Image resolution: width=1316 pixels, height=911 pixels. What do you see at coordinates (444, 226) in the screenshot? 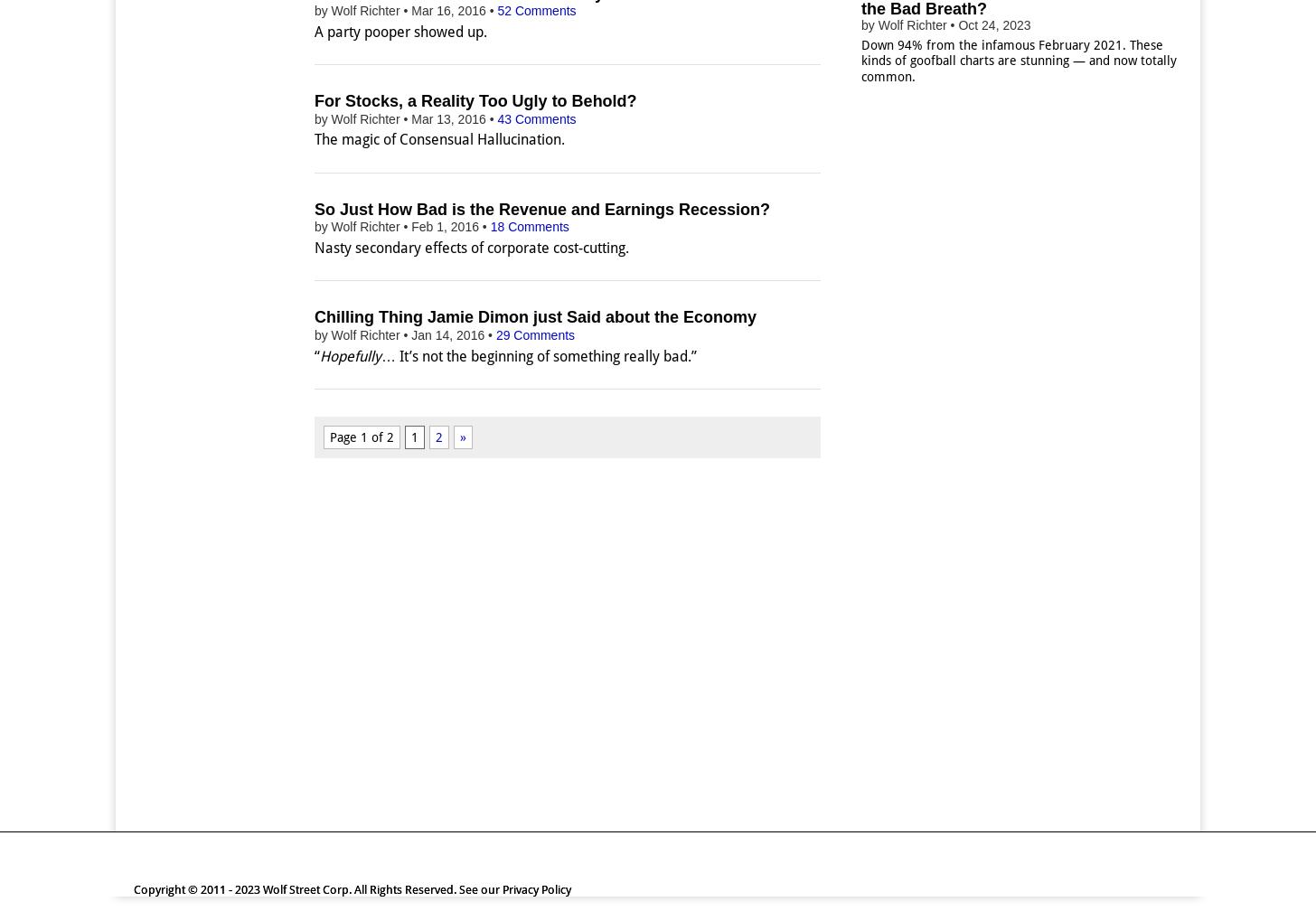
I see `'Feb 1, 2016'` at bounding box center [444, 226].